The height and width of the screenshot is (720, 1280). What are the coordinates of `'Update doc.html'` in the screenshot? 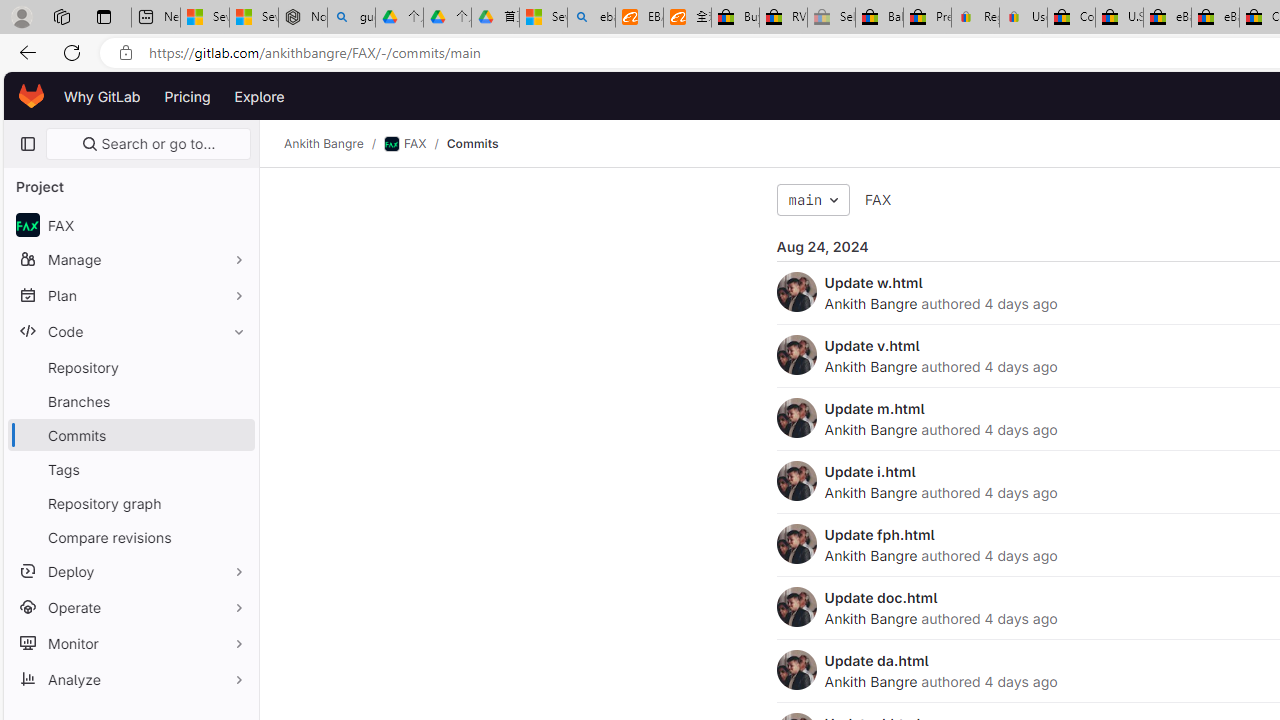 It's located at (880, 596).